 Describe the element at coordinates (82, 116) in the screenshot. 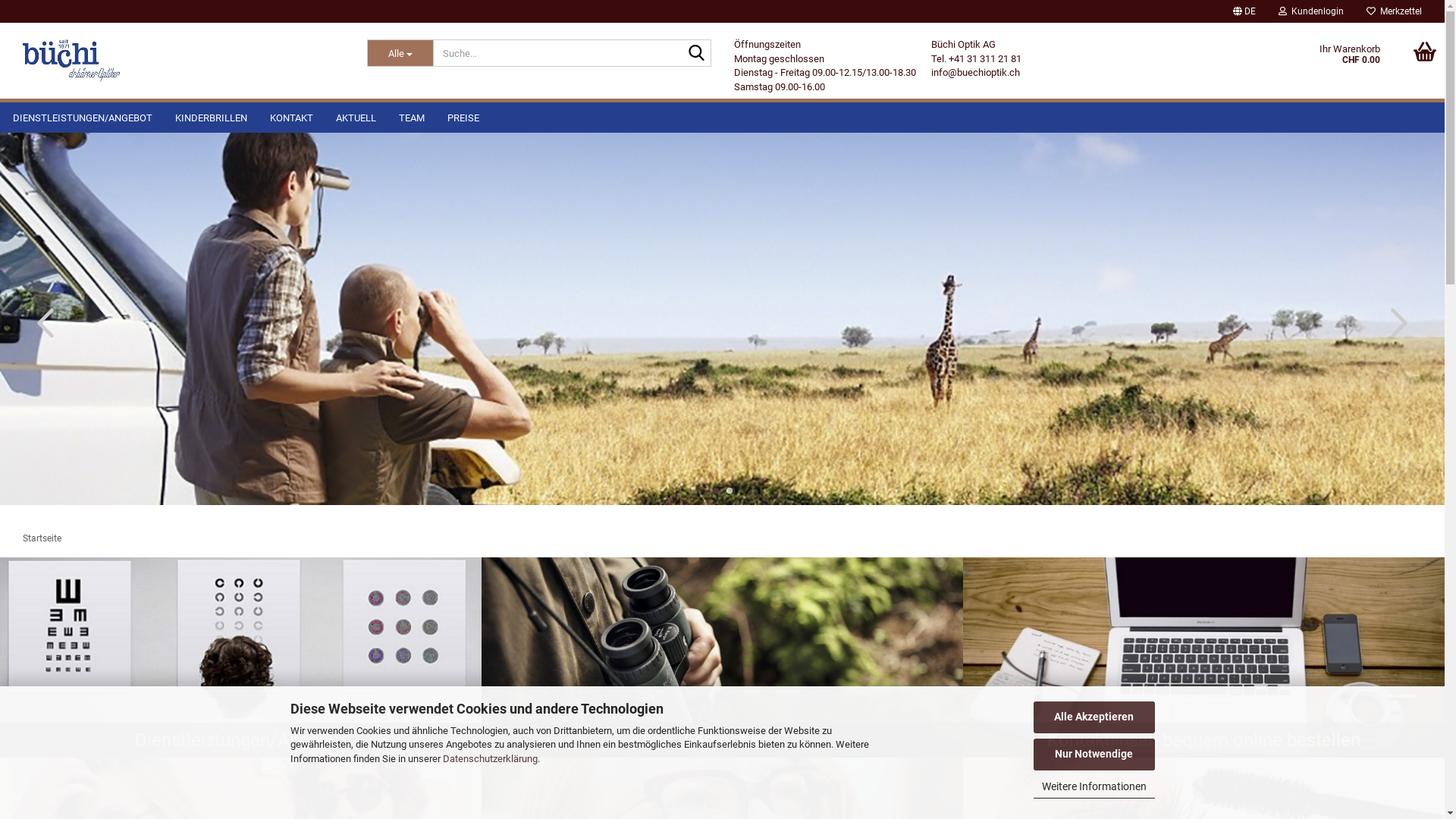

I see `'DIENSTLEISTUNGEN/ANGEBOT'` at that location.